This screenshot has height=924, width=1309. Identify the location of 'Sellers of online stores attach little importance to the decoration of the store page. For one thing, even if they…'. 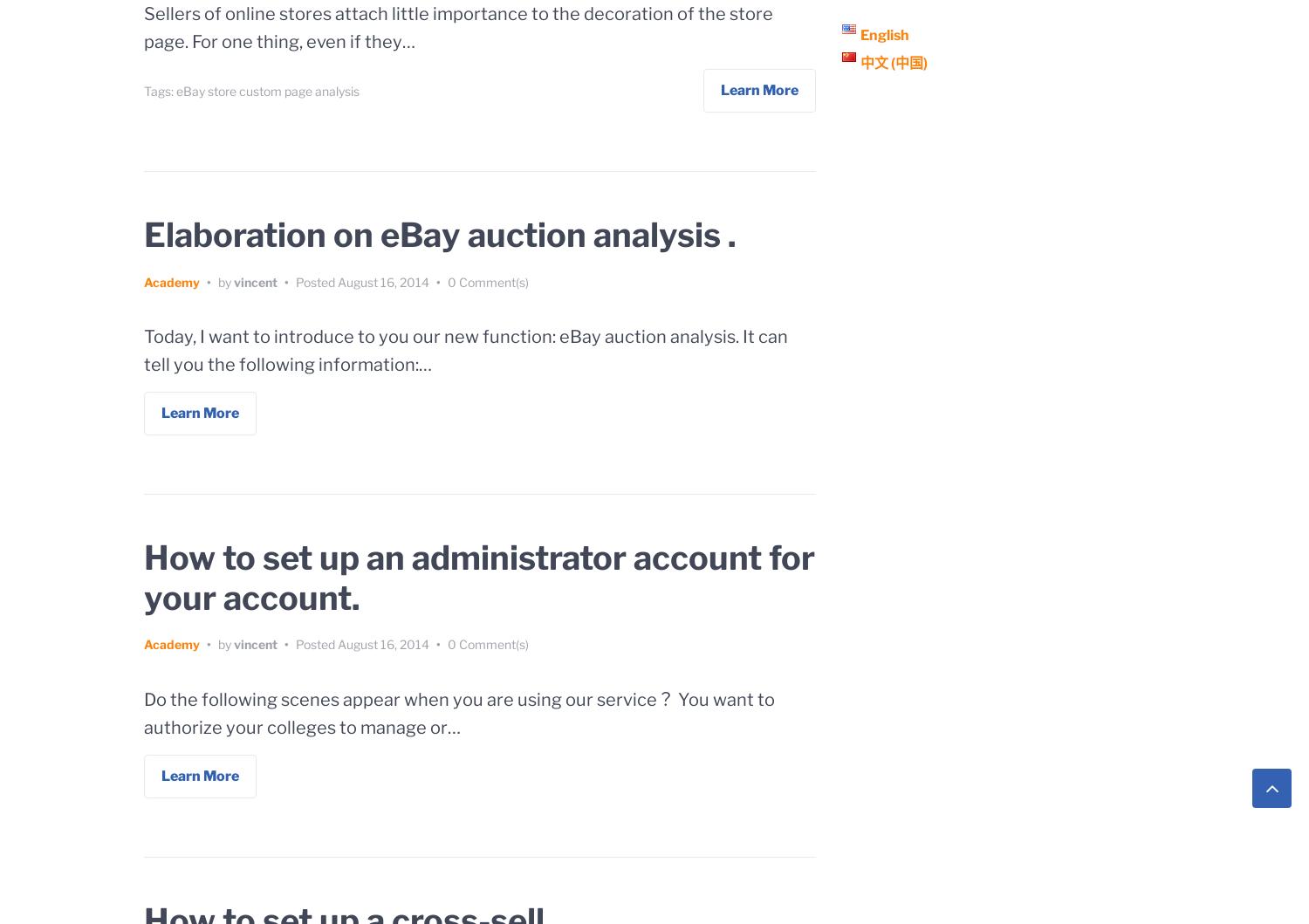
(458, 27).